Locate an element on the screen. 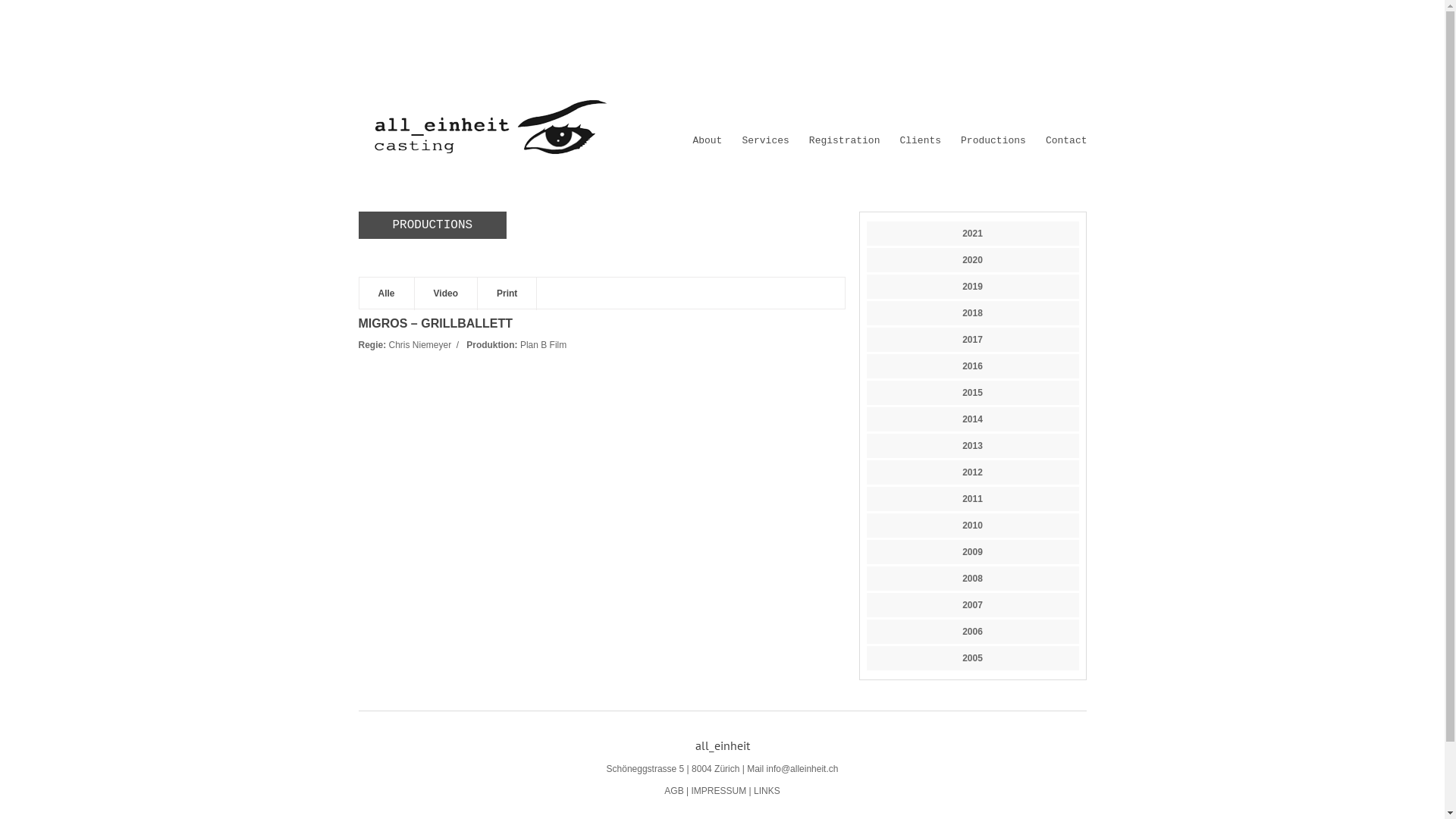 The image size is (1456, 819). '2012' is located at coordinates (971, 472).